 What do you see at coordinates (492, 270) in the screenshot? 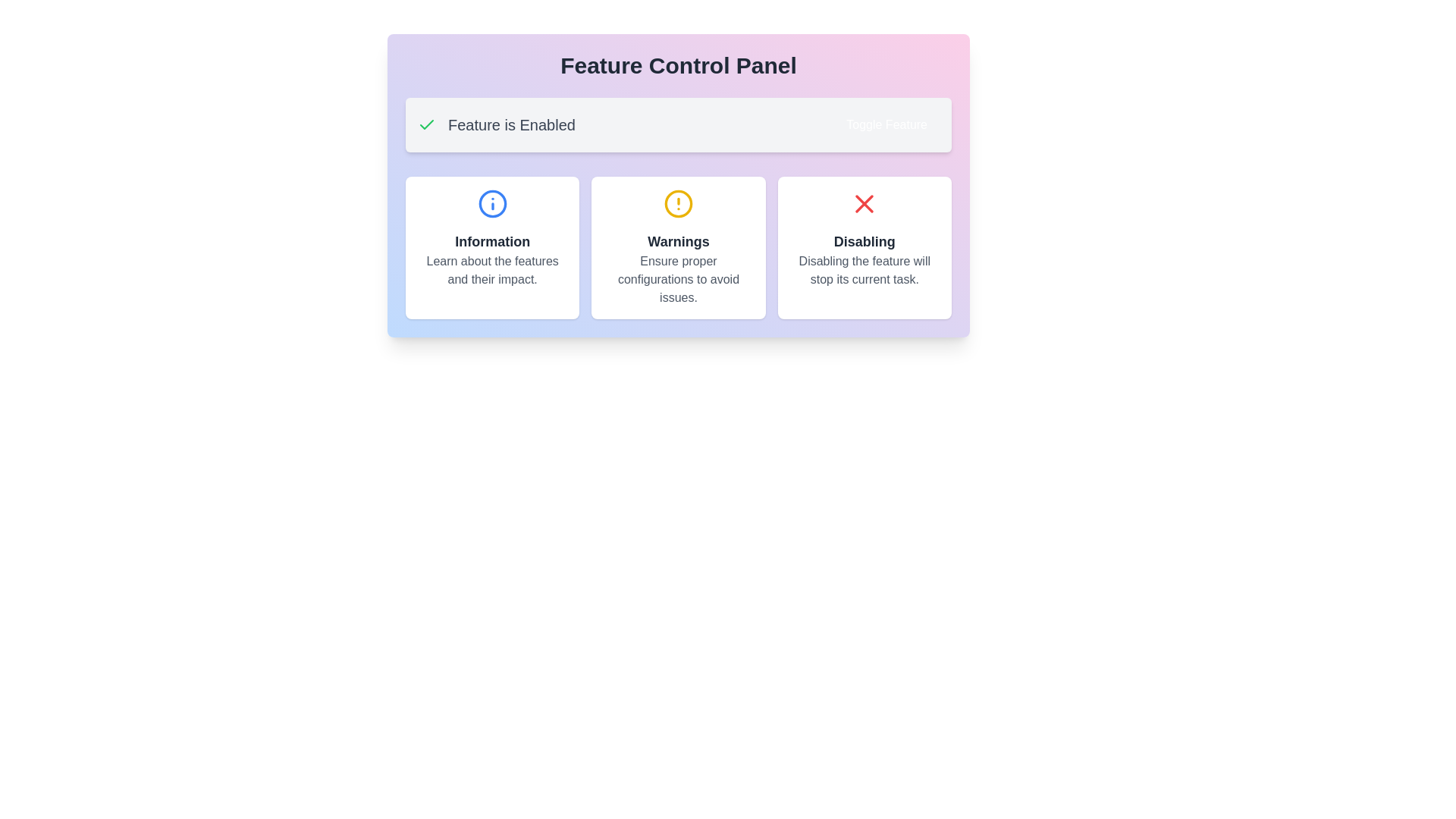
I see `the informative text label located at the bottom of the 'Information' section of the Feature Control Panel interface, which provides a brief explanation about the features discussed` at bounding box center [492, 270].